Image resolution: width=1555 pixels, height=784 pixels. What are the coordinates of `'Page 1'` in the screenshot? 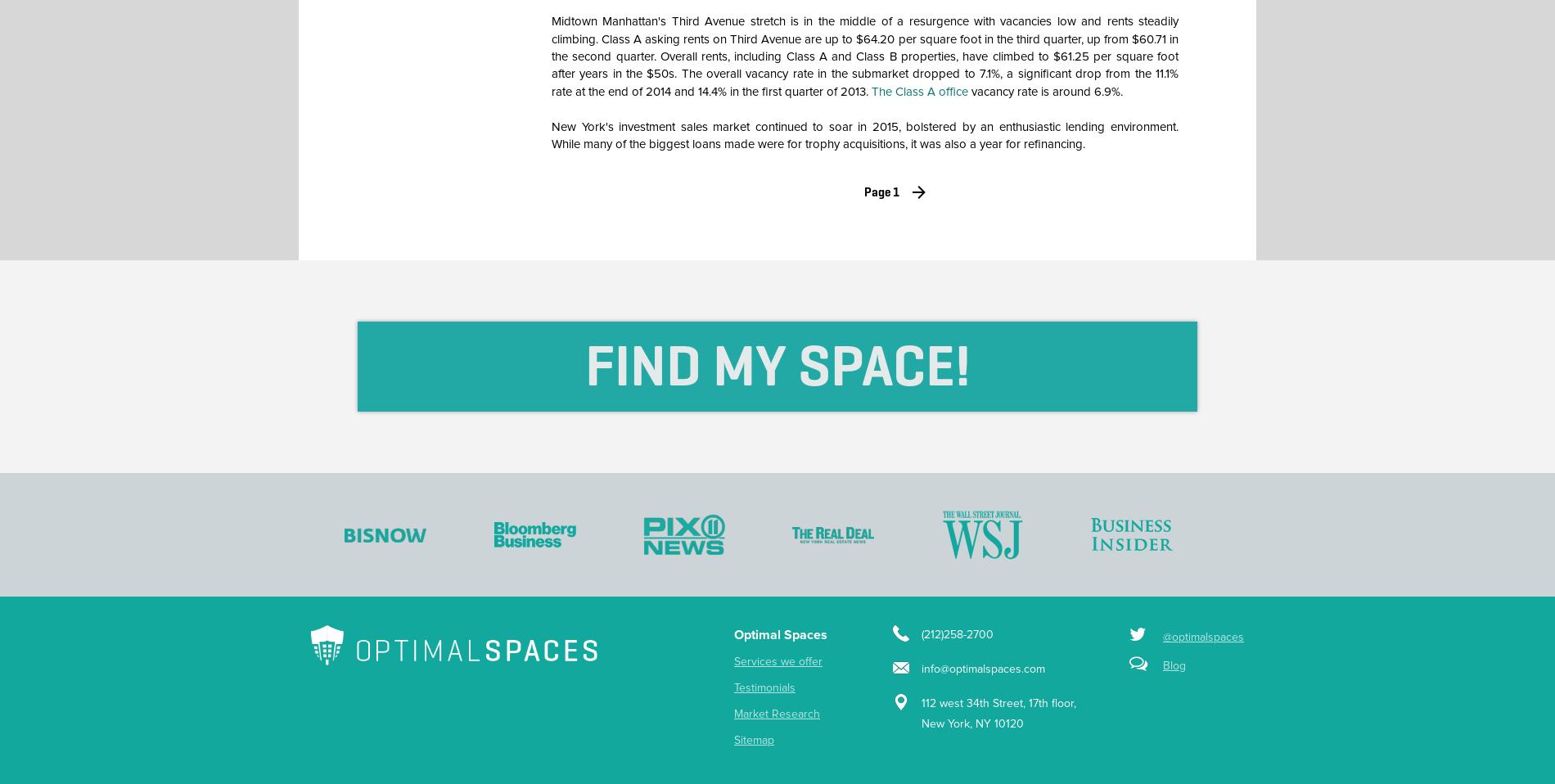 It's located at (881, 191).